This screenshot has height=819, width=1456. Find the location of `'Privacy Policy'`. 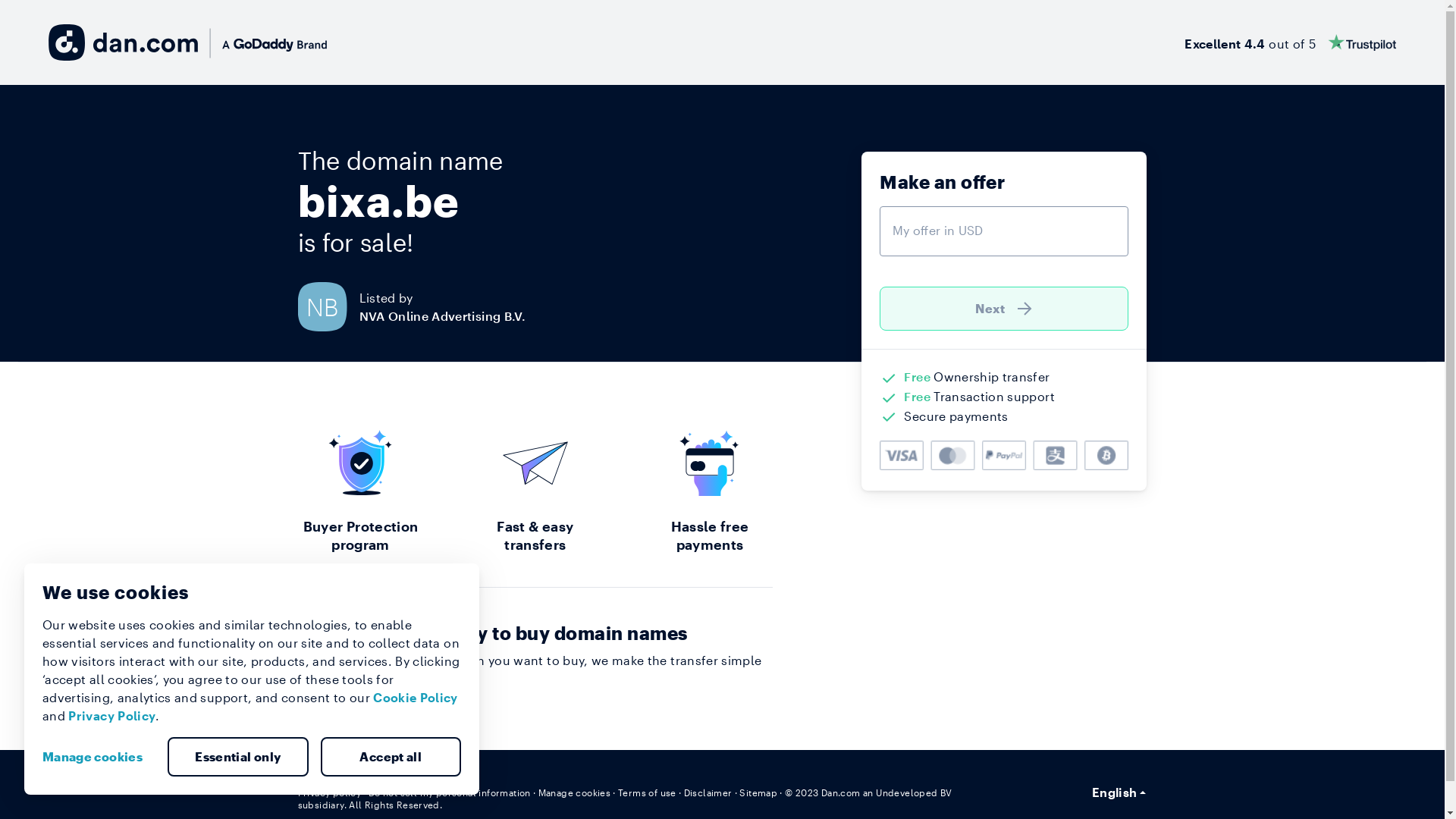

'Privacy Policy' is located at coordinates (111, 715).